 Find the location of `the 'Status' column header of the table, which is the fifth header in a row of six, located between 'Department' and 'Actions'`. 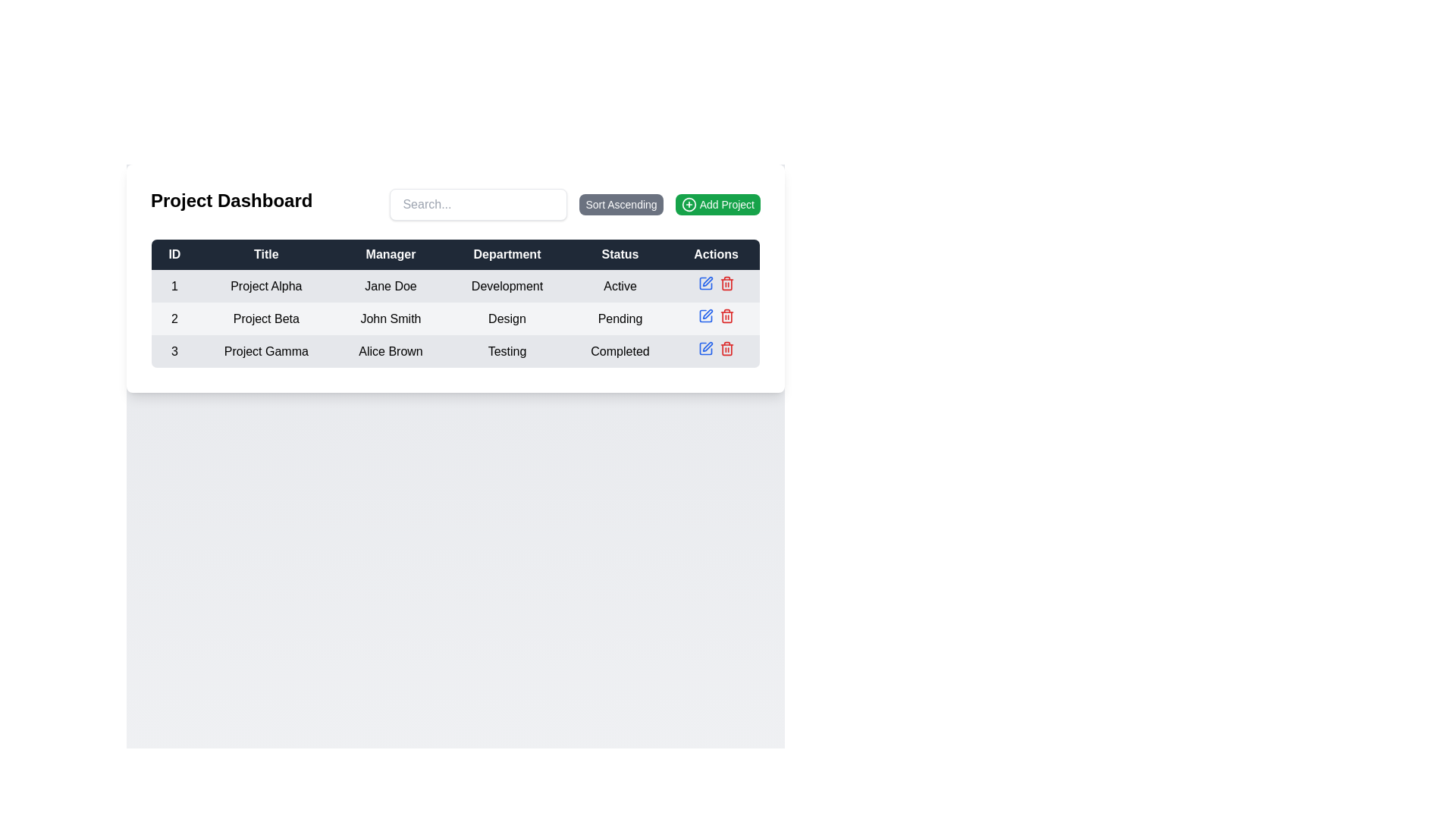

the 'Status' column header of the table, which is the fifth header in a row of six, located between 'Department' and 'Actions' is located at coordinates (620, 253).